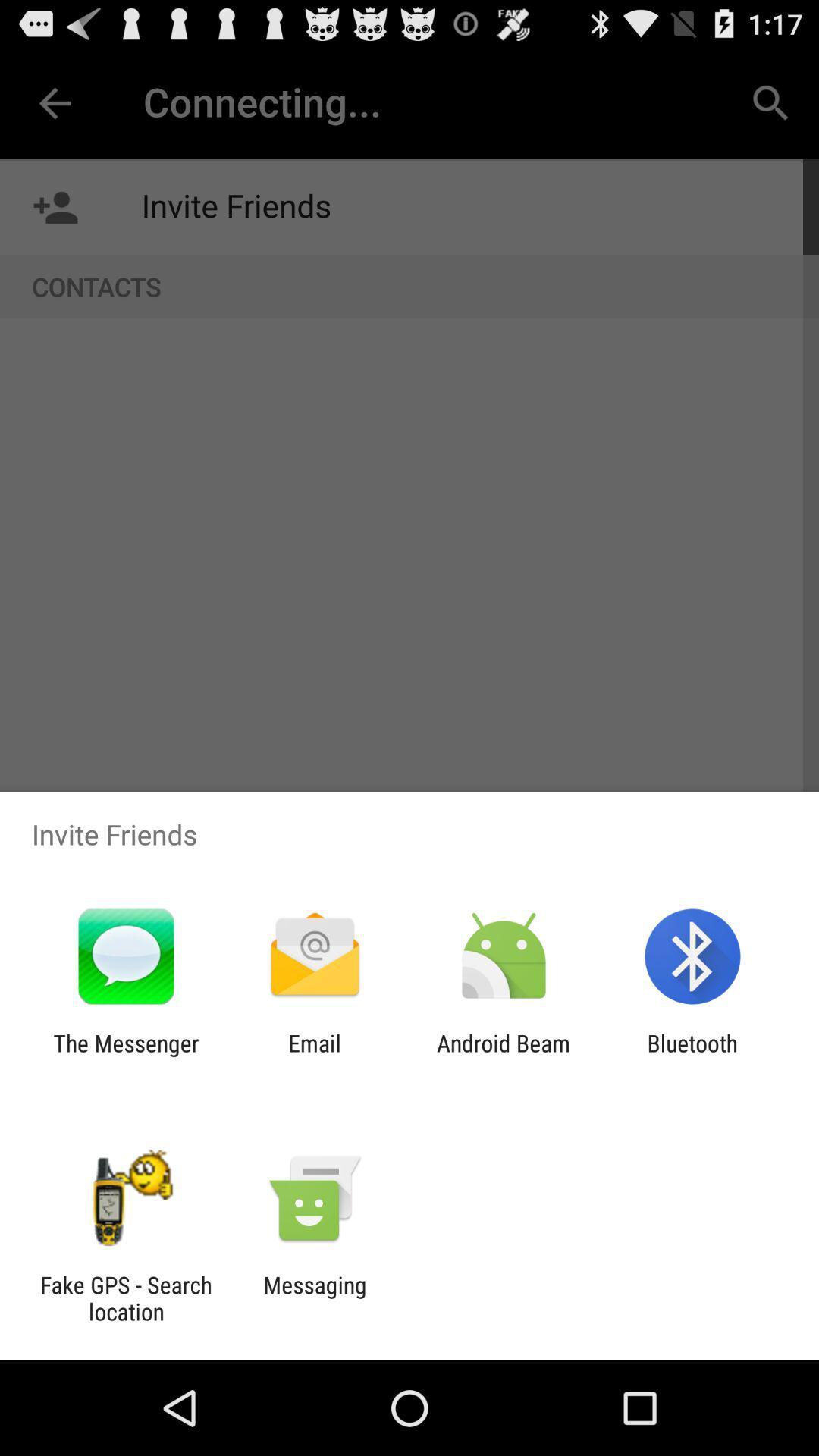 This screenshot has height=1456, width=819. I want to click on app to the left of the messaging icon, so click(125, 1298).